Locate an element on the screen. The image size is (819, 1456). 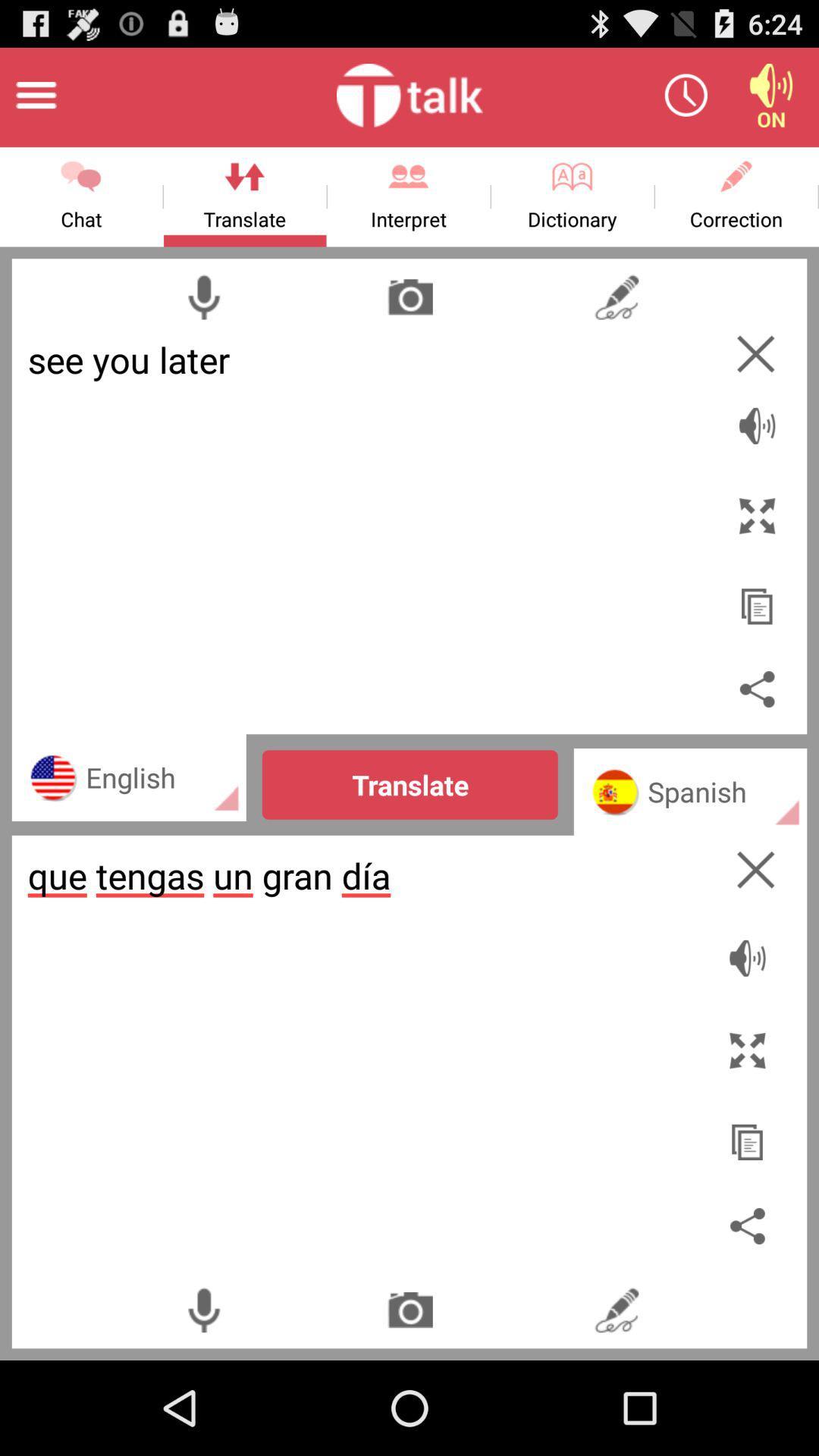
the fullscreen icon is located at coordinates (751, 1116).